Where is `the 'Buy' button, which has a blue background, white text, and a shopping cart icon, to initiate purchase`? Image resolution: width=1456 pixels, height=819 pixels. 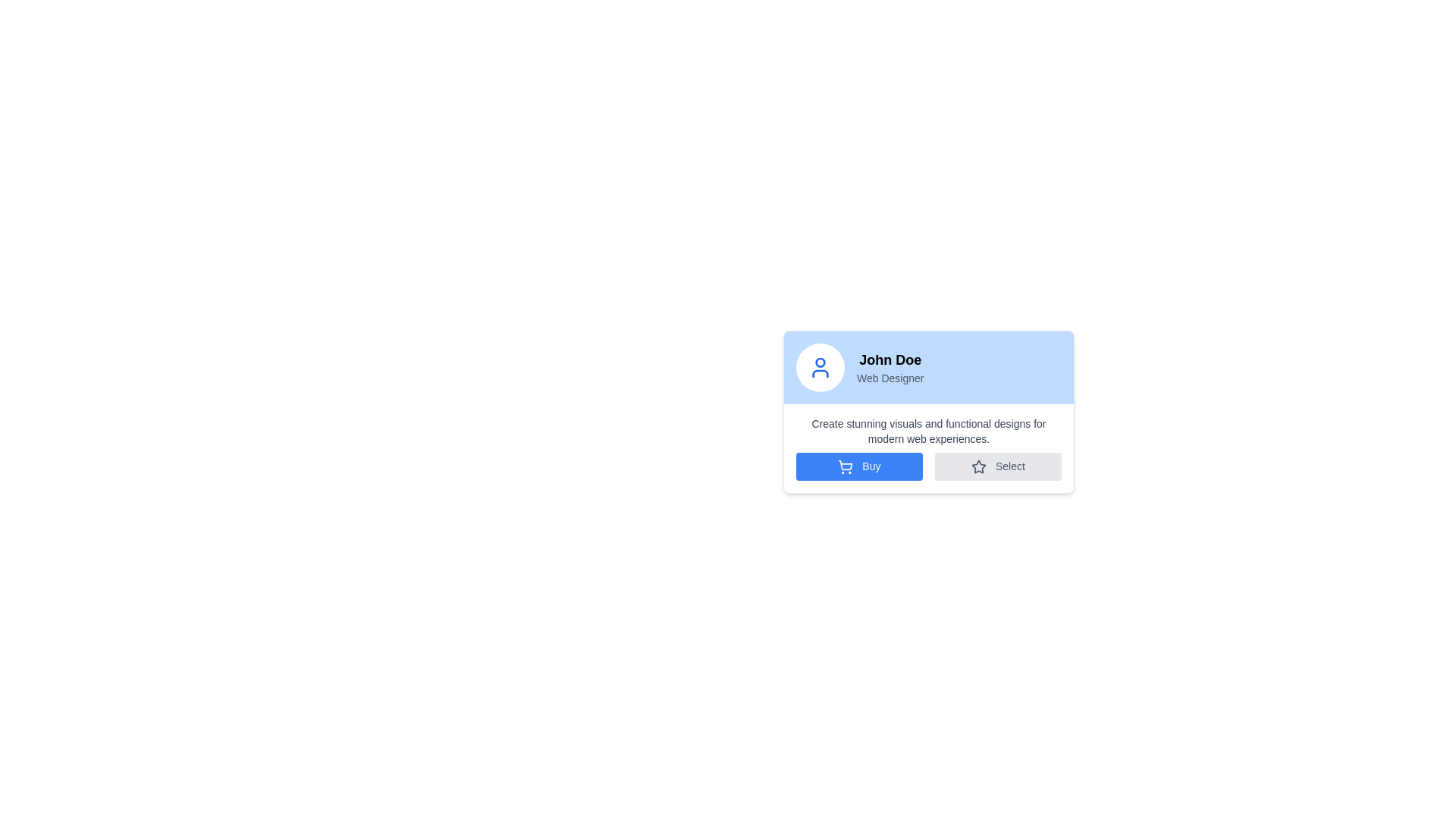 the 'Buy' button, which has a blue background, white text, and a shopping cart icon, to initiate purchase is located at coordinates (859, 466).